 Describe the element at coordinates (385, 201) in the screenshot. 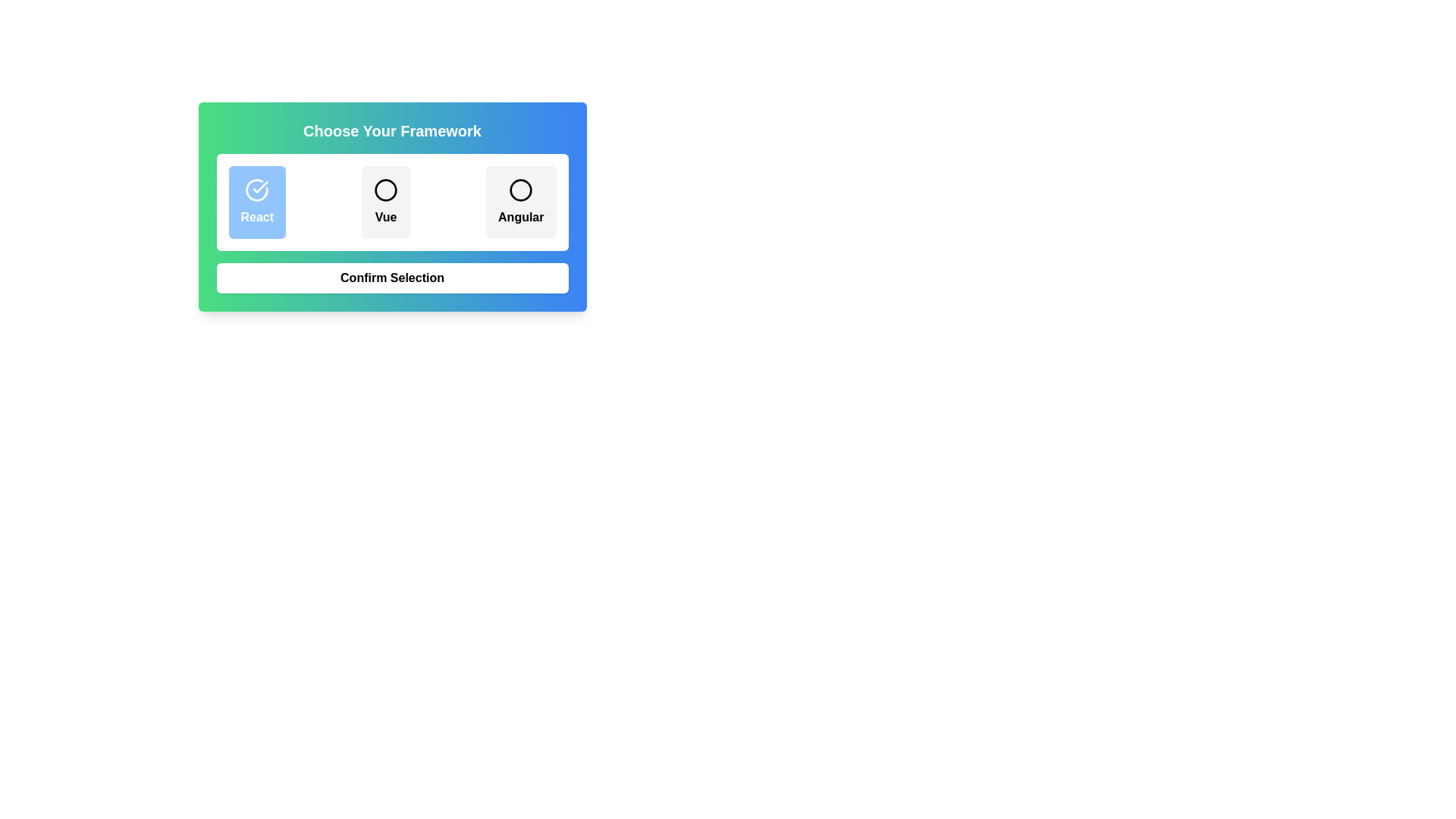

I see `the central button labeled 'Vue' with a rounded rectangular shape and a light gray background` at that location.